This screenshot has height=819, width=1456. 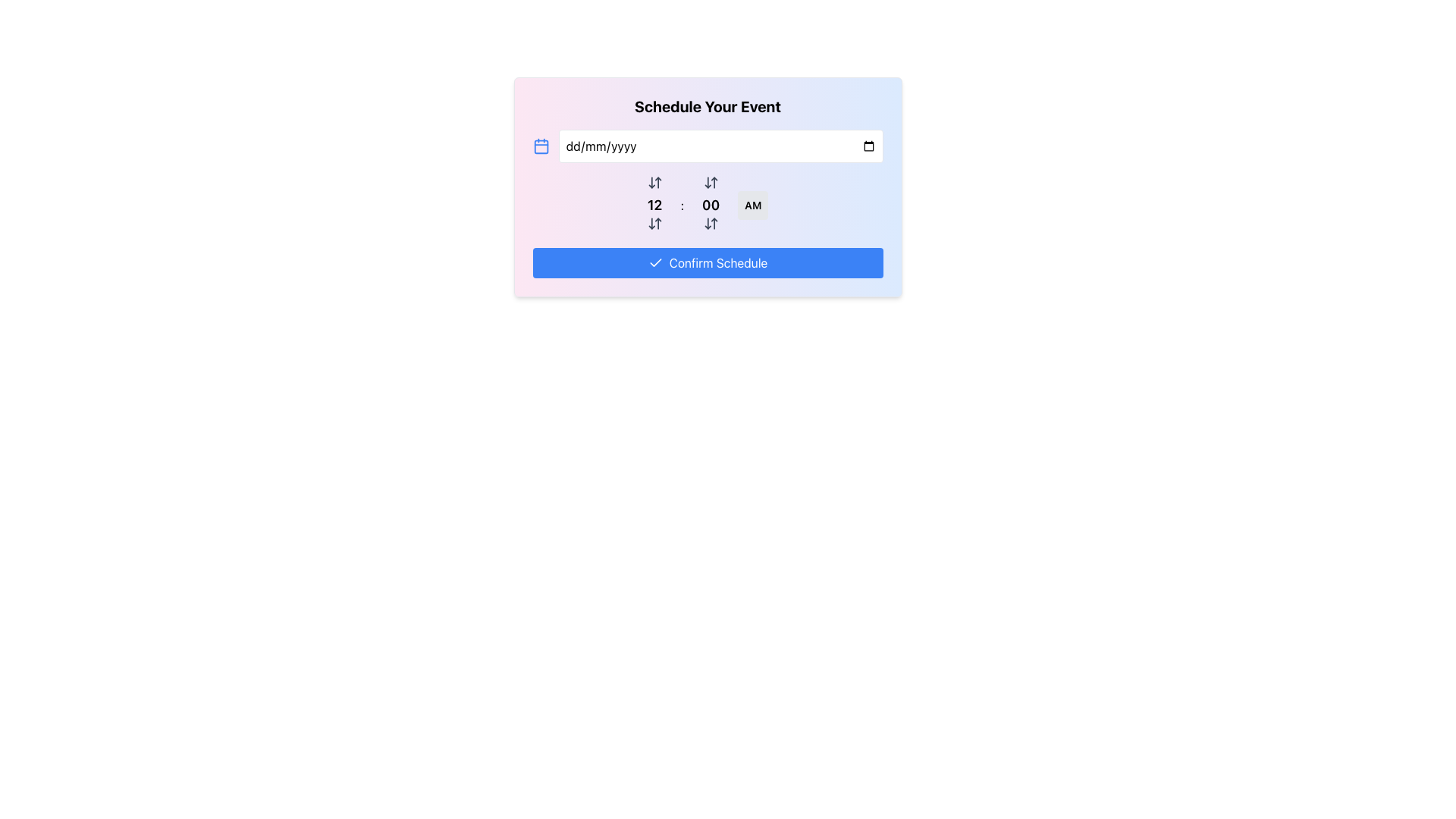 I want to click on the central rectangular area of the blue calendar icon located to the left of the 'dd/mm/yyyy' date input field, so click(x=541, y=146).